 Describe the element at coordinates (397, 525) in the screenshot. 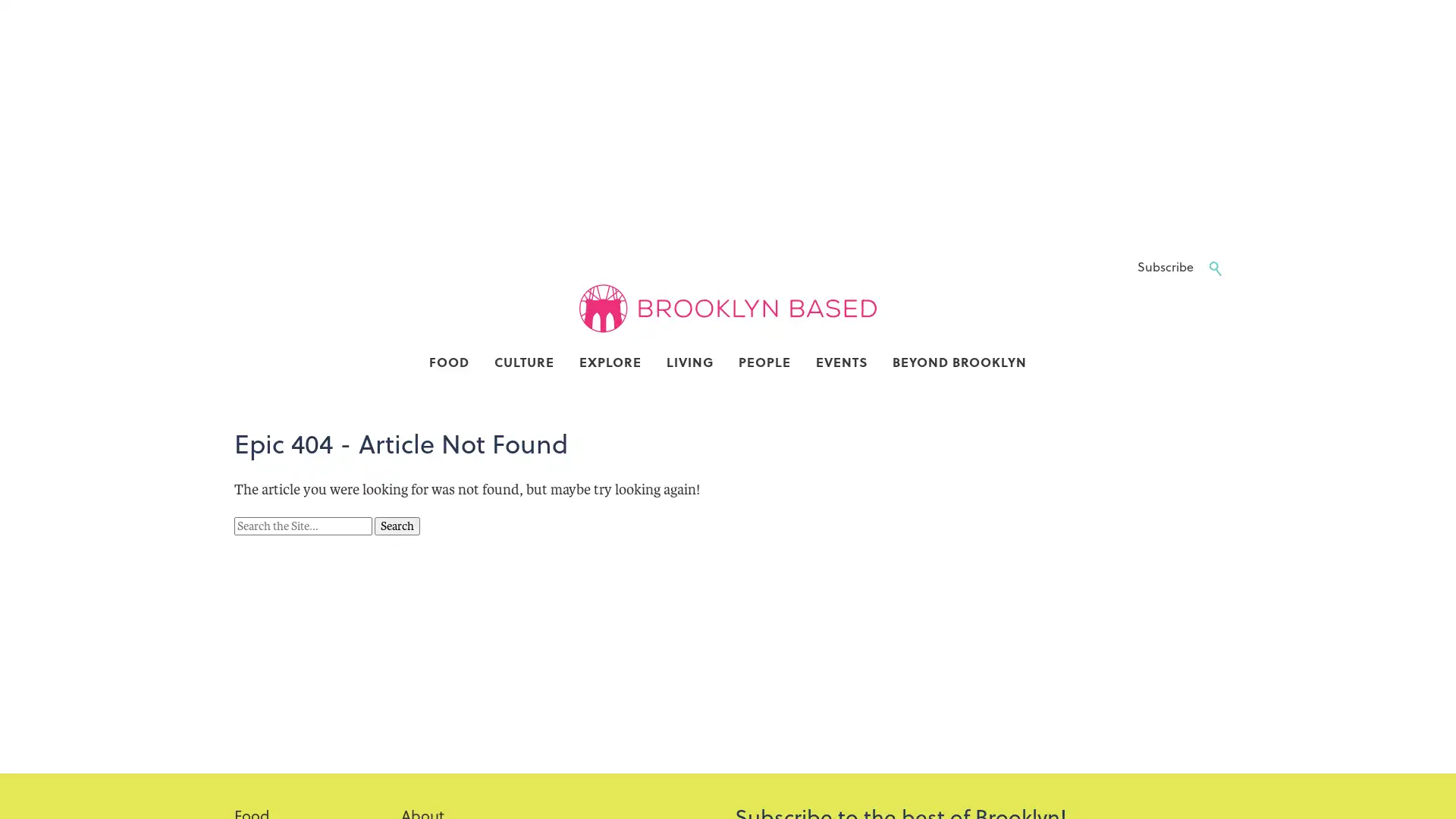

I see `Search` at that location.